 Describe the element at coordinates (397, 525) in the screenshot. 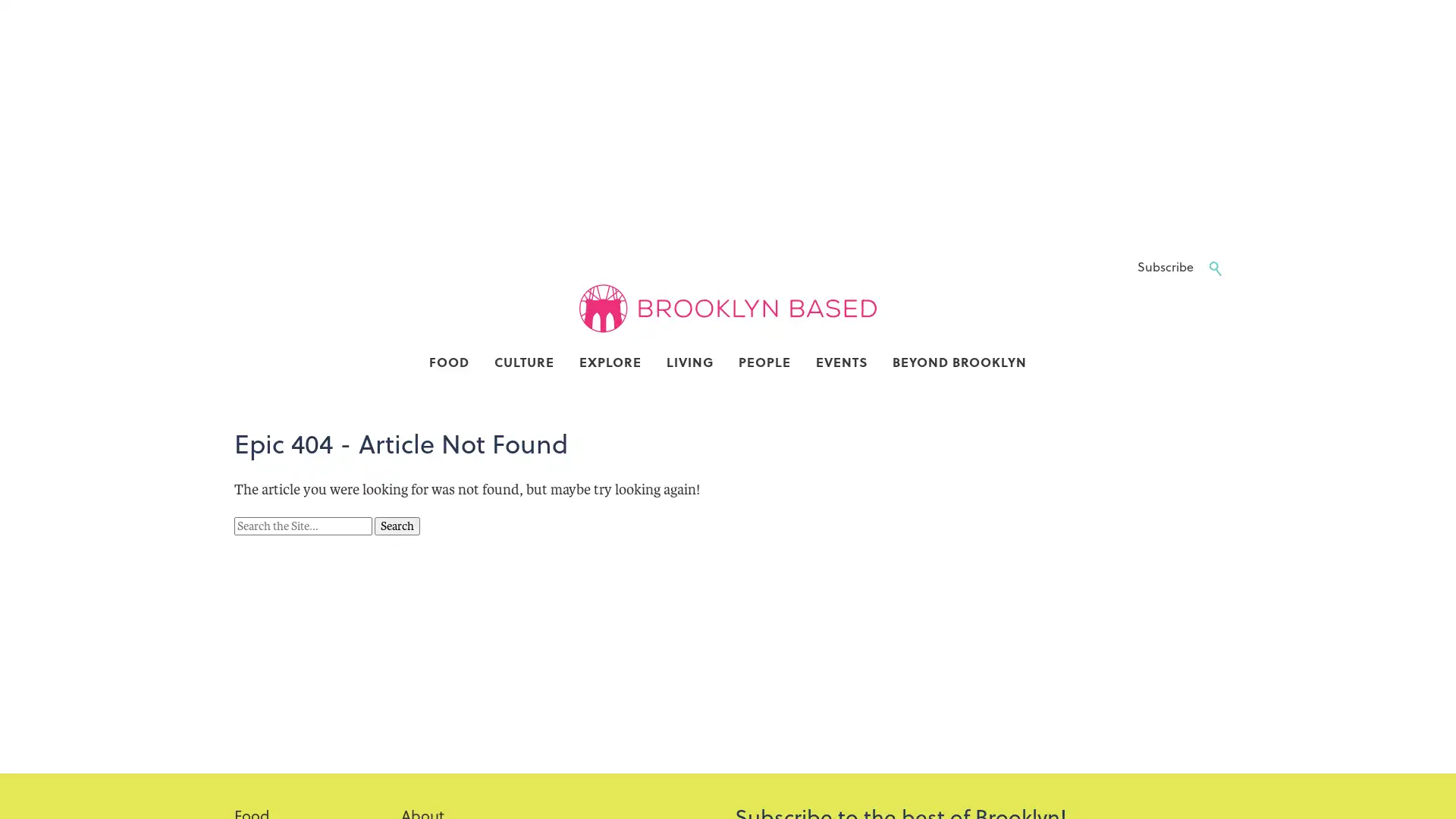

I see `Search` at that location.